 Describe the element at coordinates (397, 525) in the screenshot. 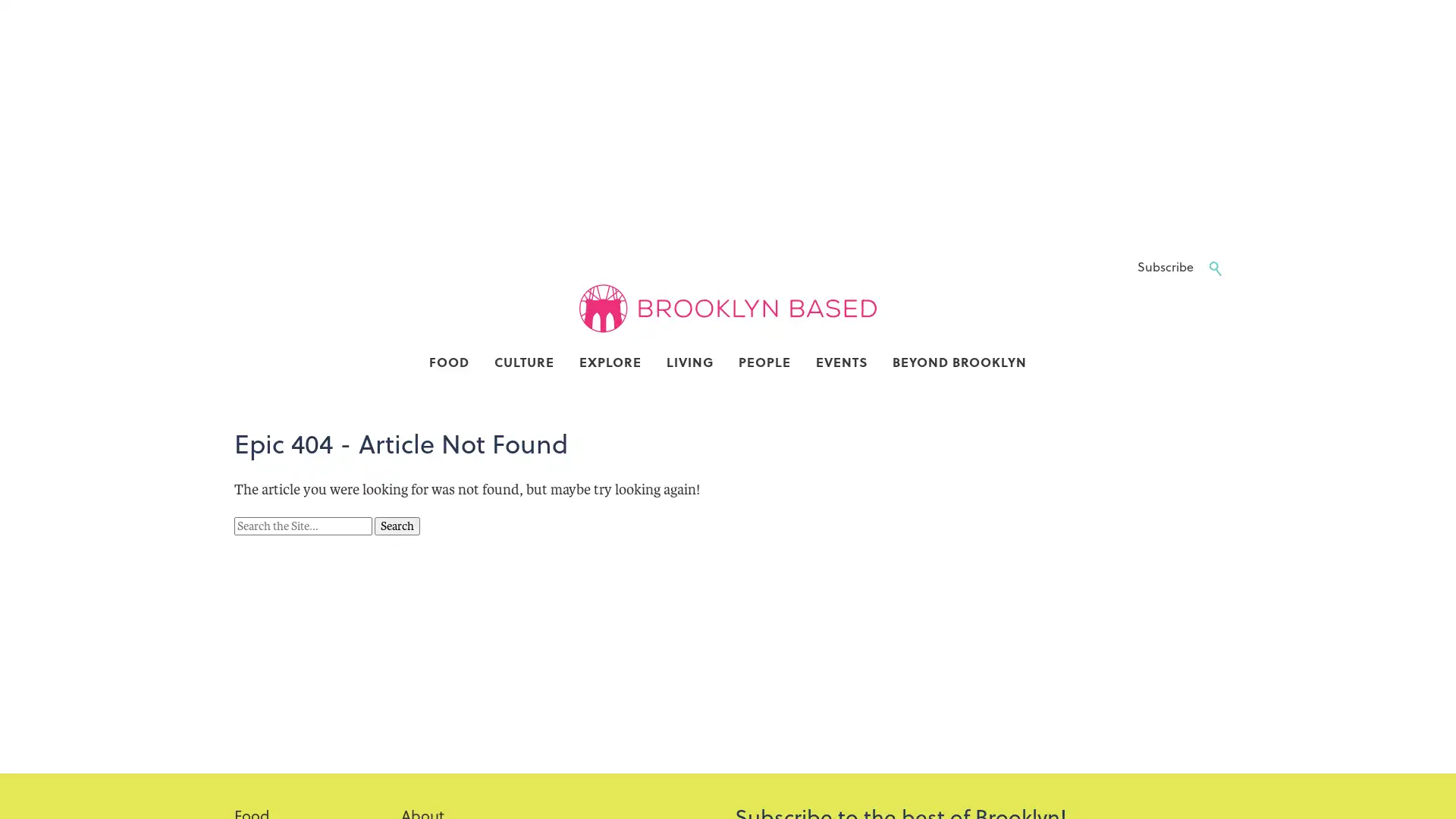

I see `Search` at that location.